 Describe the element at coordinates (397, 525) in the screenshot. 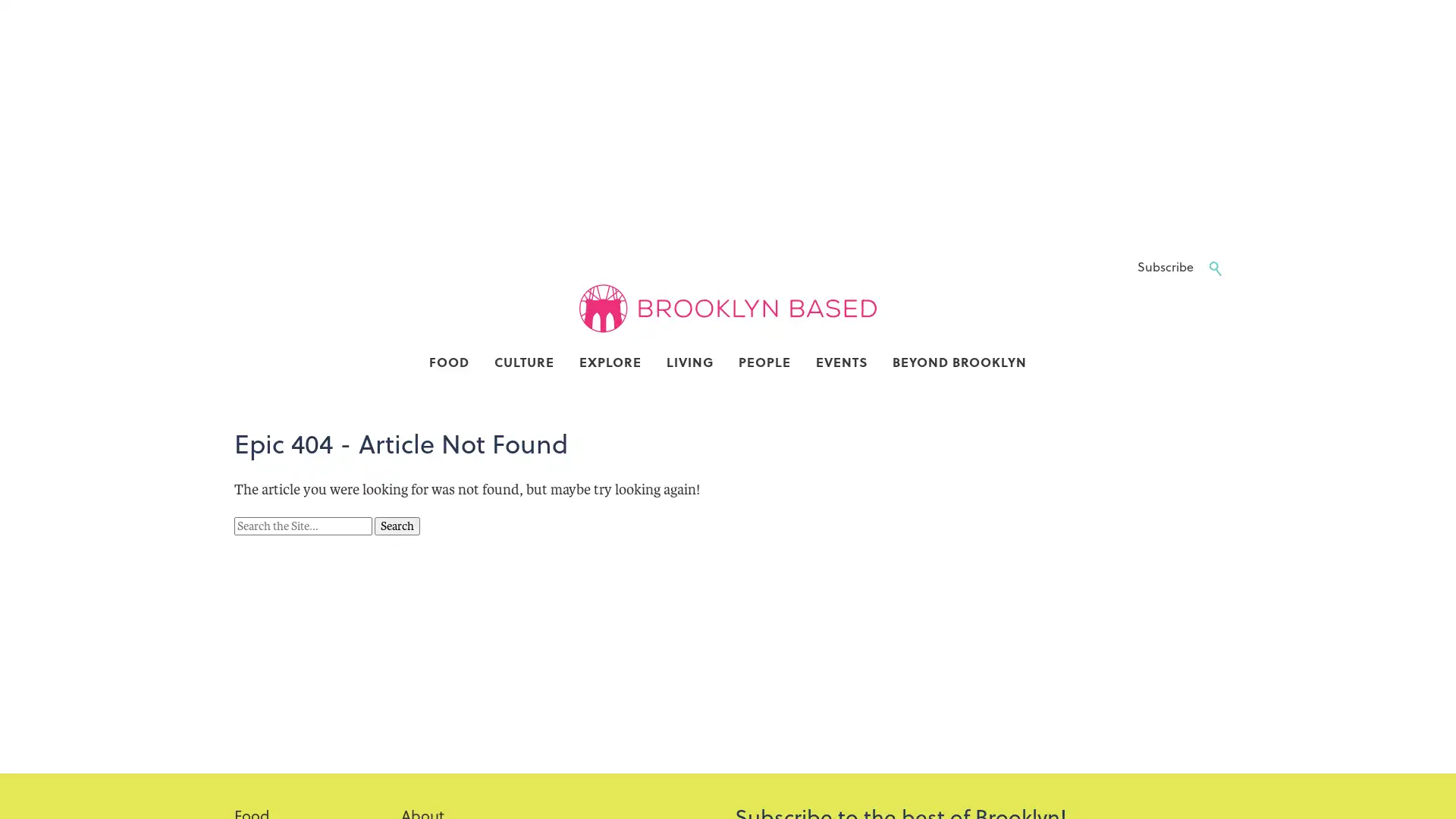

I see `Search` at that location.